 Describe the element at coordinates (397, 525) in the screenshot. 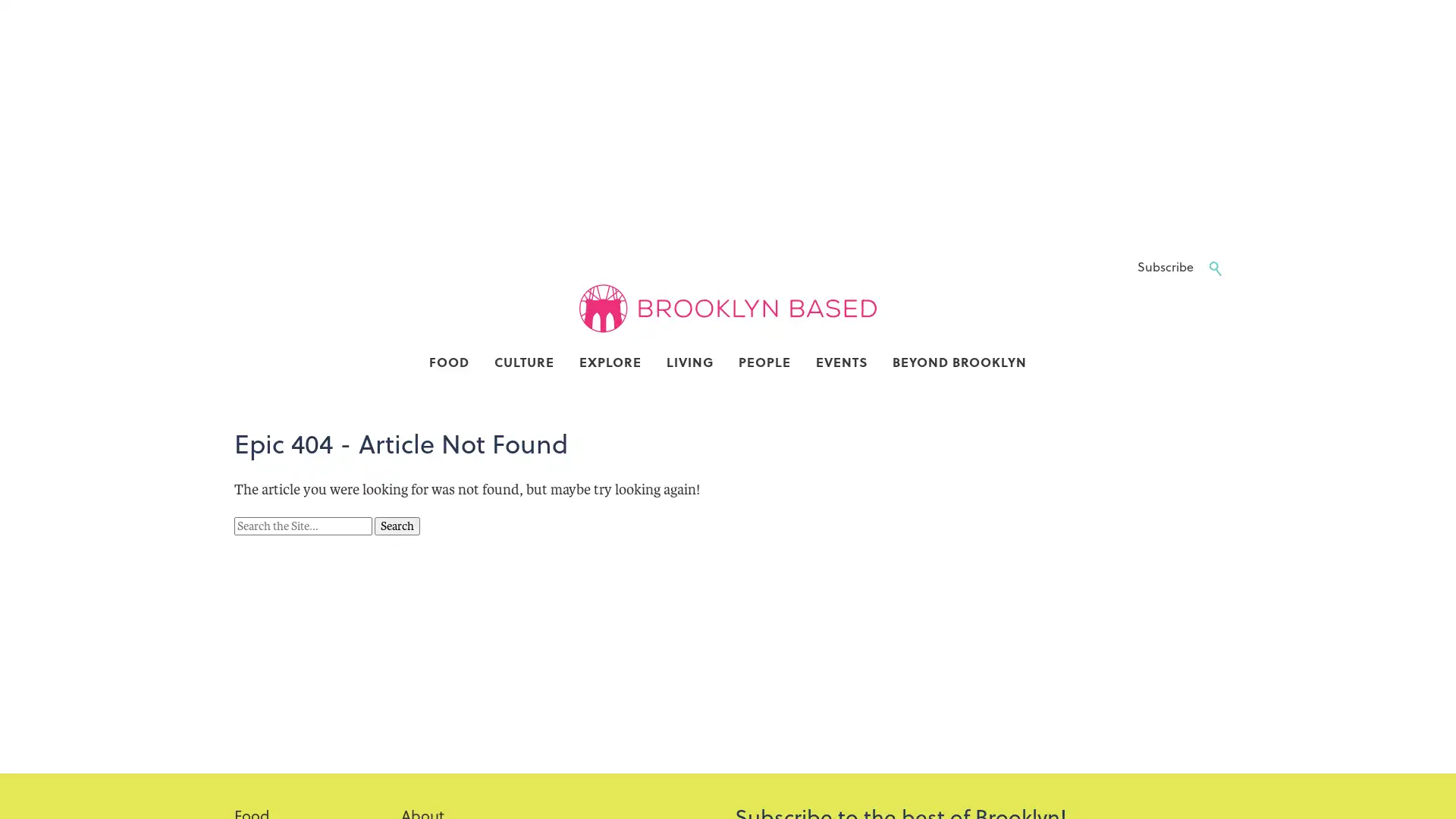

I see `Search` at that location.